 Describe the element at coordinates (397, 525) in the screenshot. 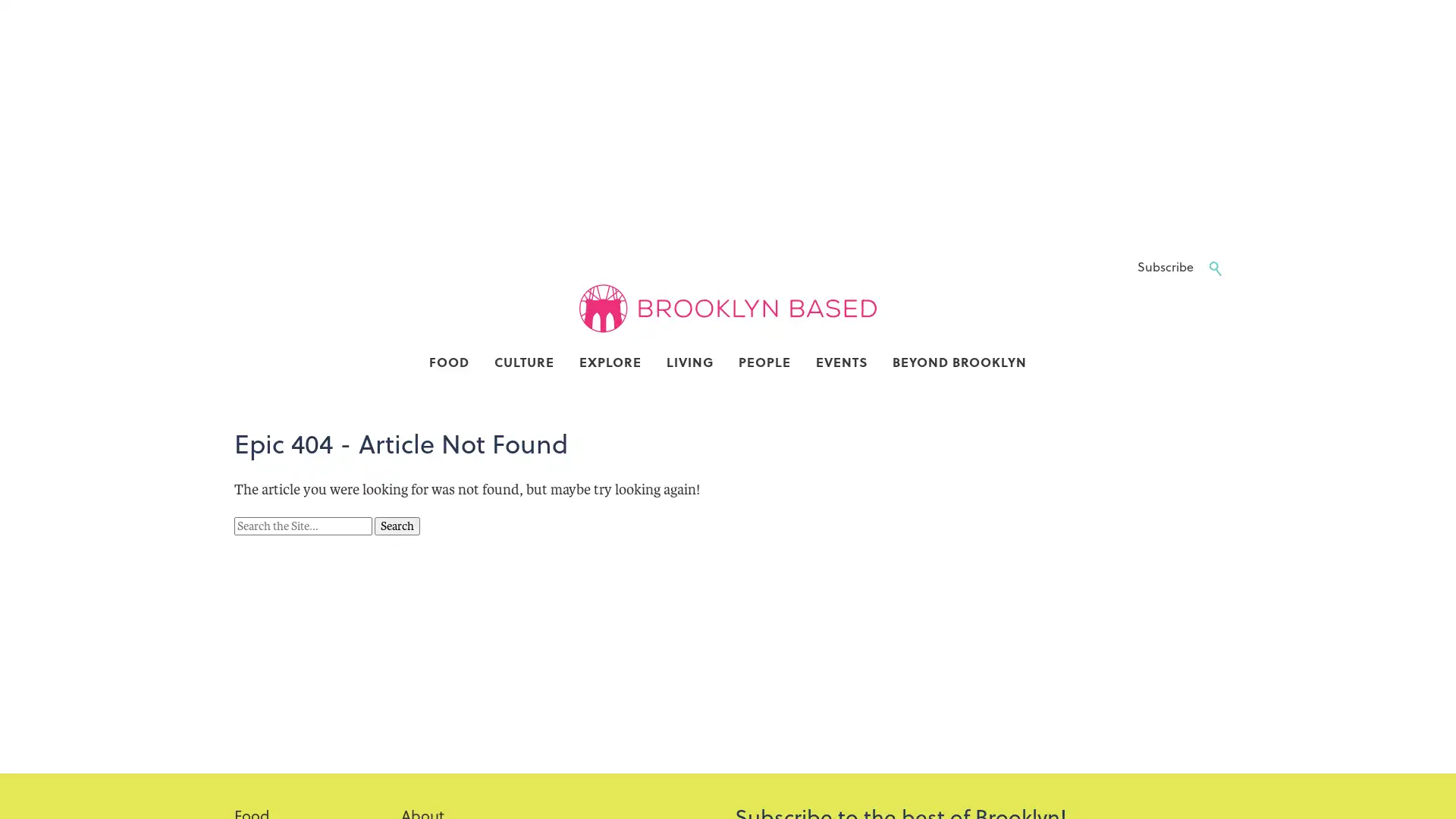

I see `Search` at that location.